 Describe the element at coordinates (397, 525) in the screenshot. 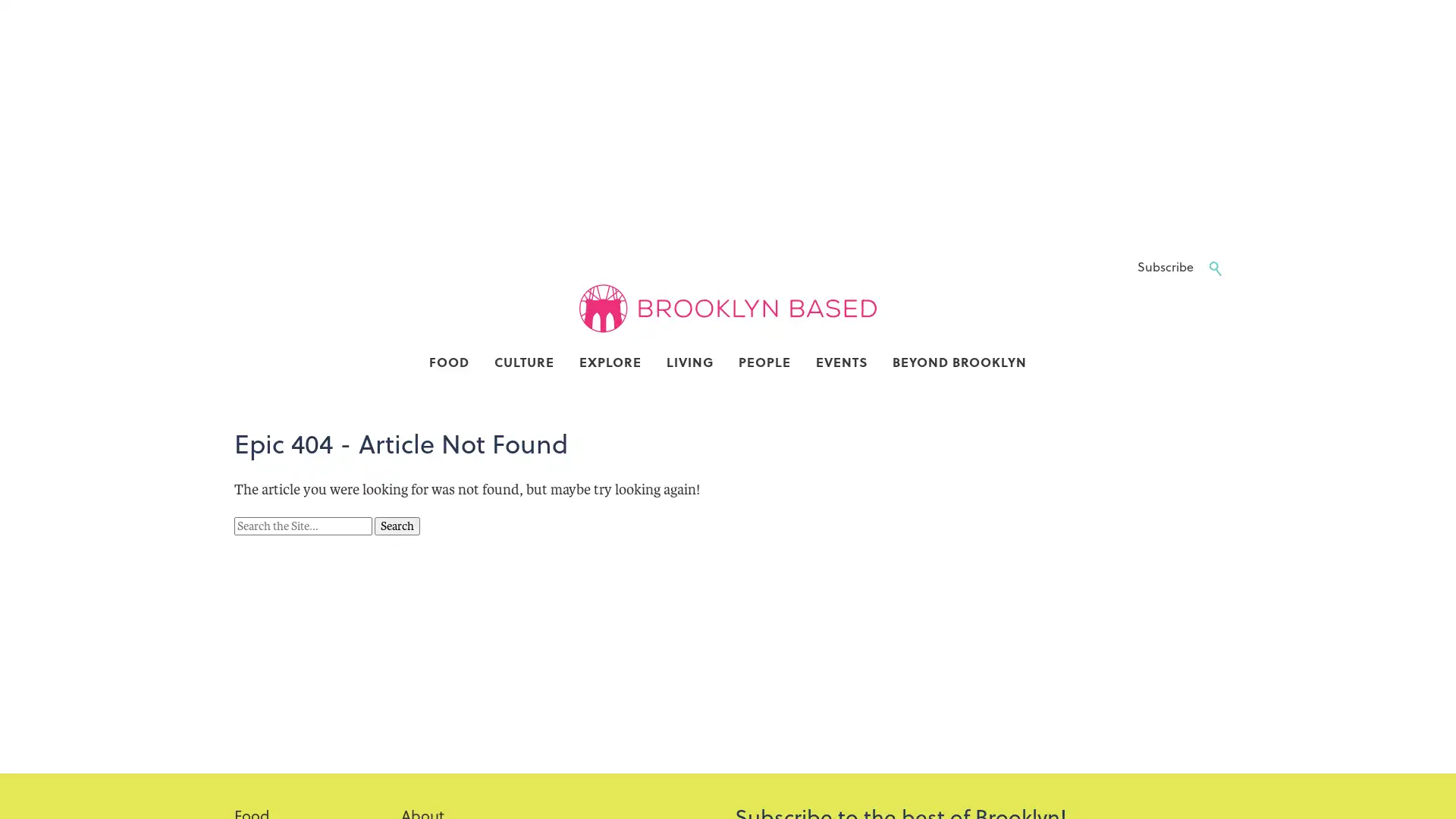

I see `Search` at that location.